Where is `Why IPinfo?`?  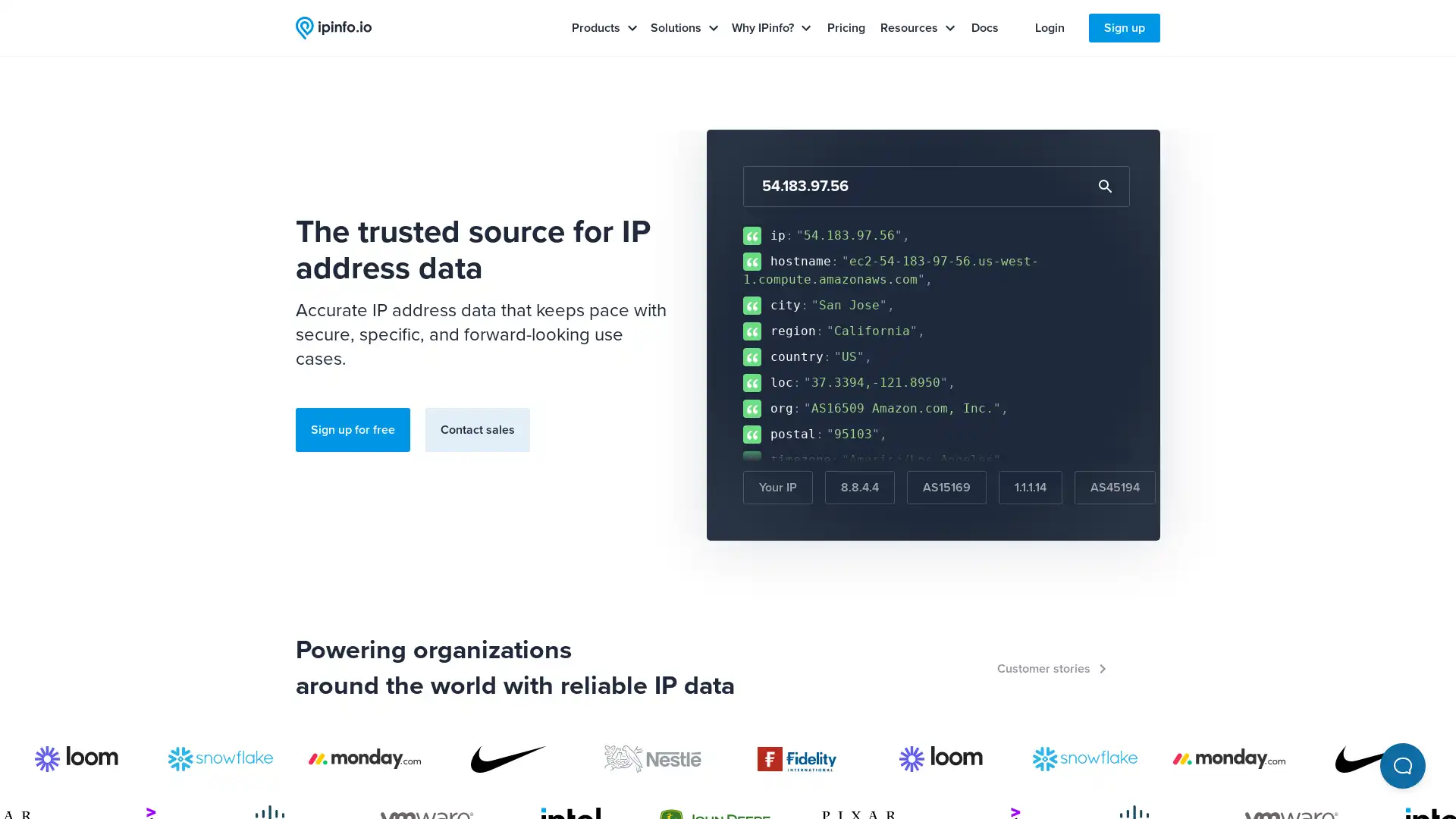
Why IPinfo? is located at coordinates (771, 28).